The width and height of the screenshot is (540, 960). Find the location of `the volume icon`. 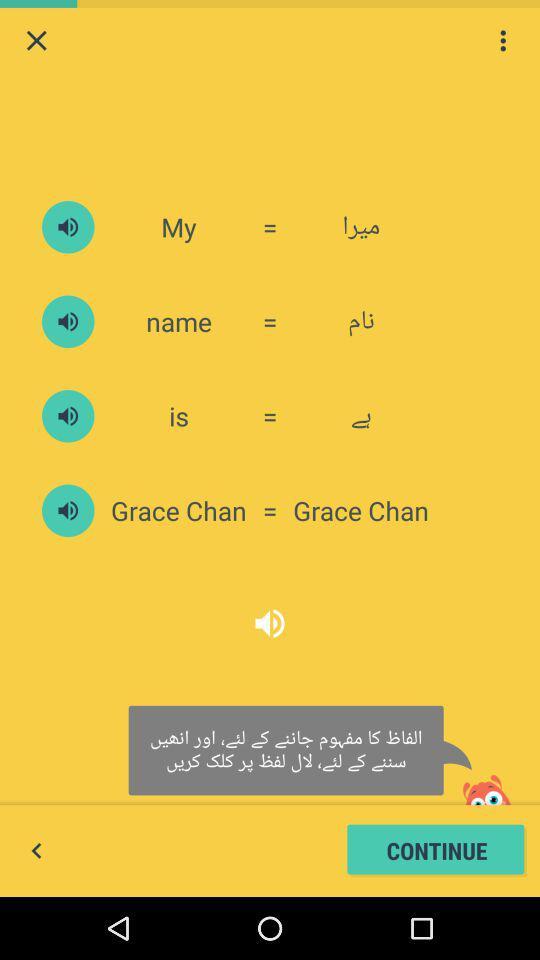

the volume icon is located at coordinates (67, 242).